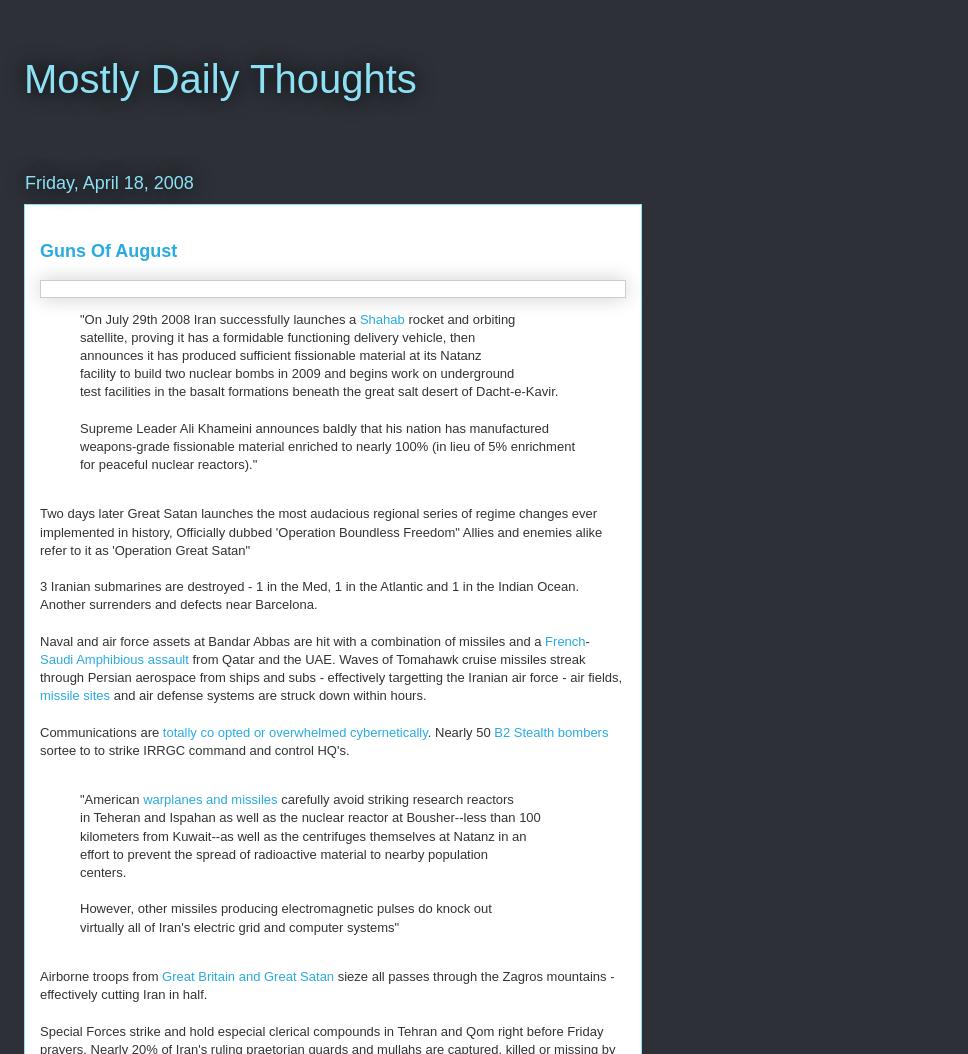  Describe the element at coordinates (291, 640) in the screenshot. I see `'Naval and air force assets at Bandar Abbas are hit with a combination of missiles and a'` at that location.